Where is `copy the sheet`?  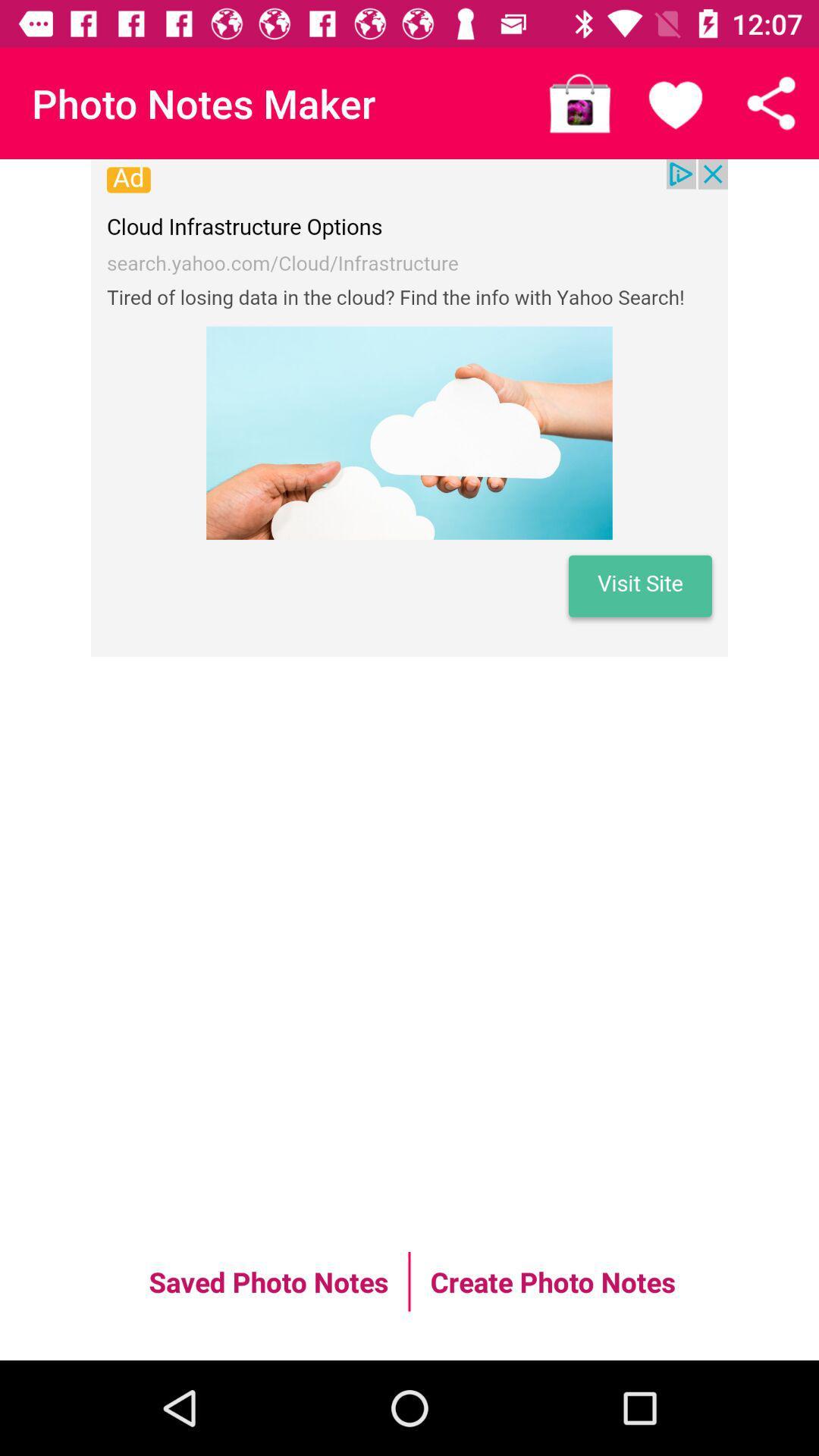 copy the sheet is located at coordinates (771, 102).